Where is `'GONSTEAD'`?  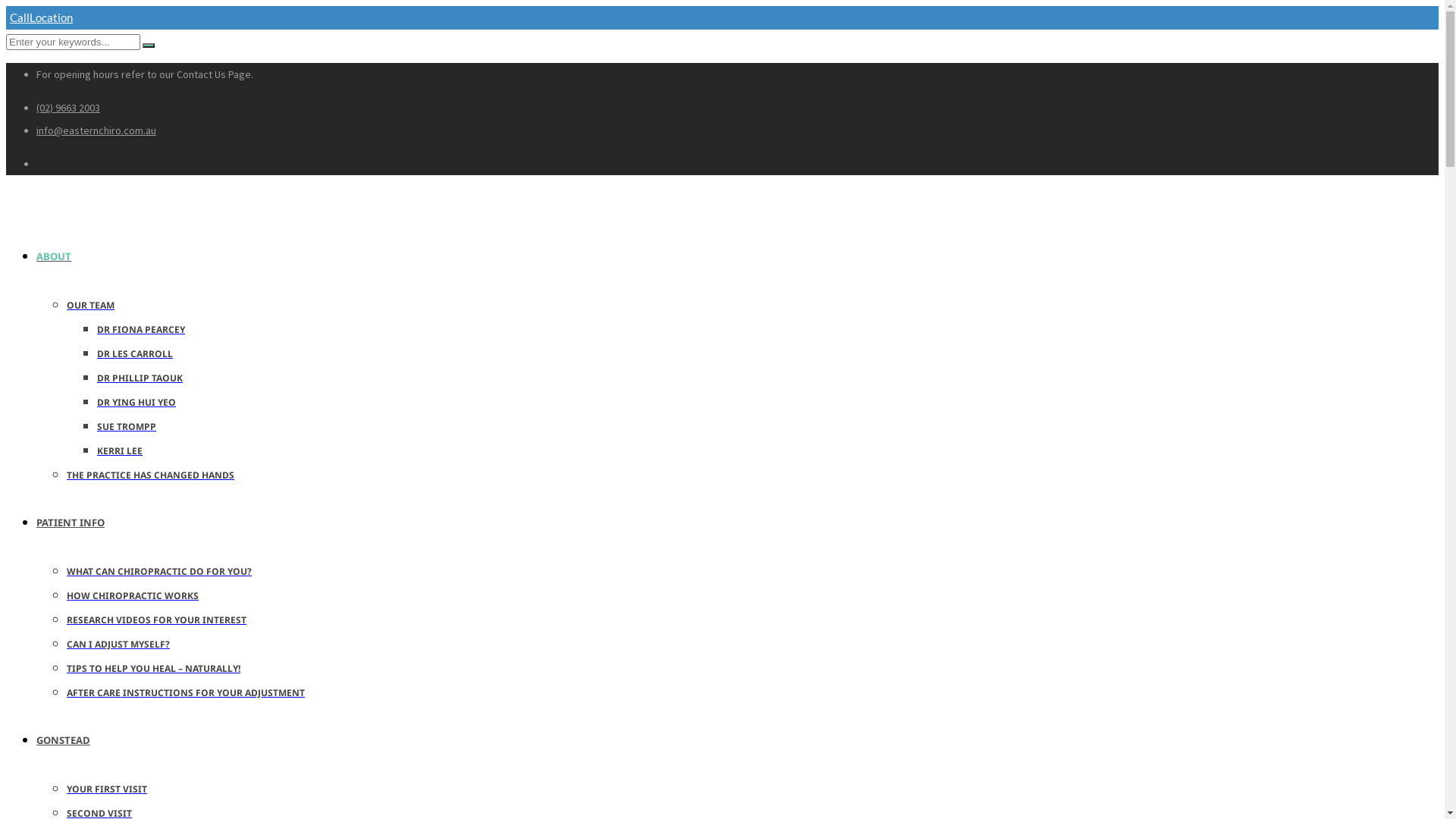 'GONSTEAD' is located at coordinates (76, 739).